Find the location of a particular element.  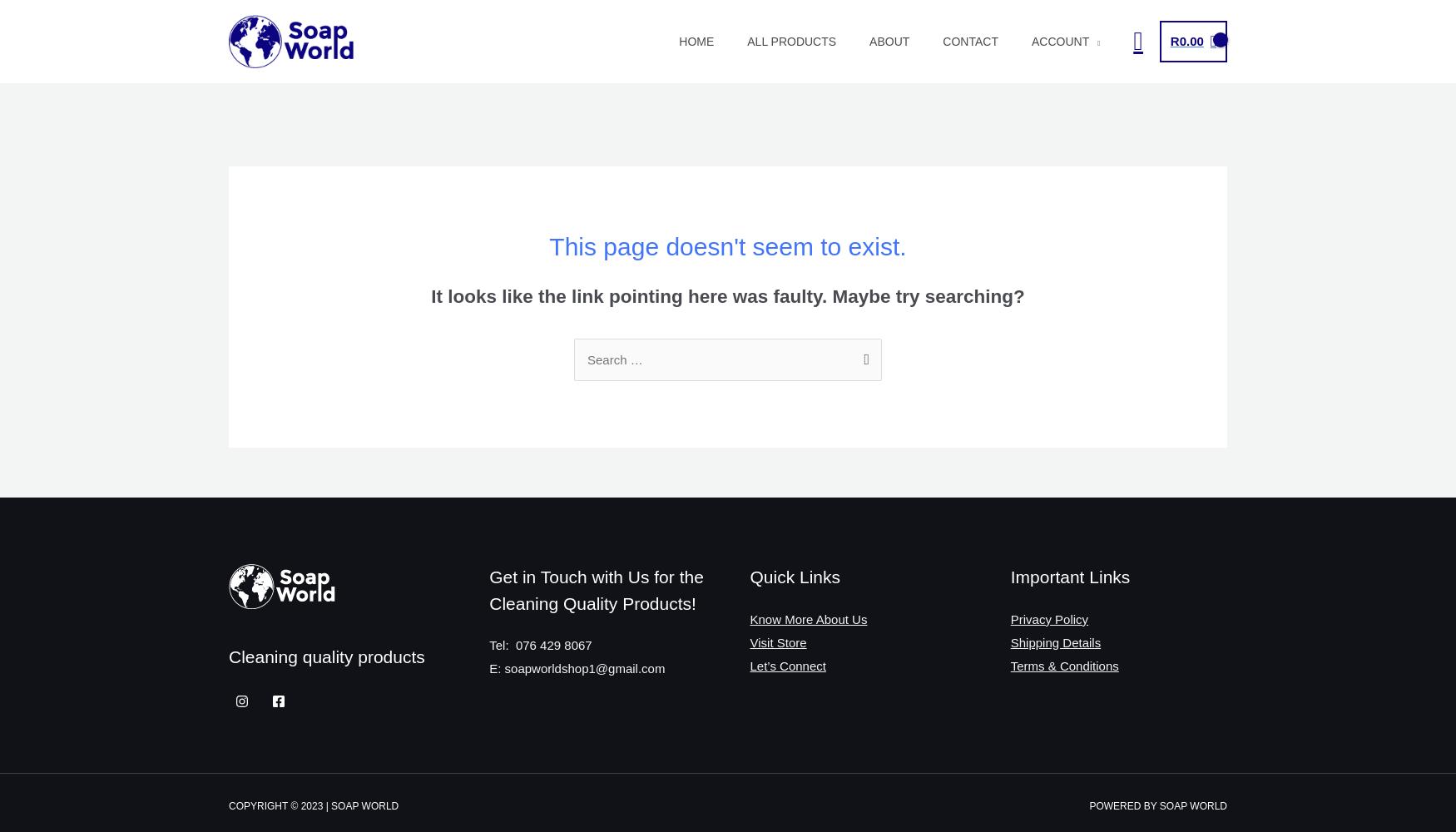

'About' is located at coordinates (889, 42).